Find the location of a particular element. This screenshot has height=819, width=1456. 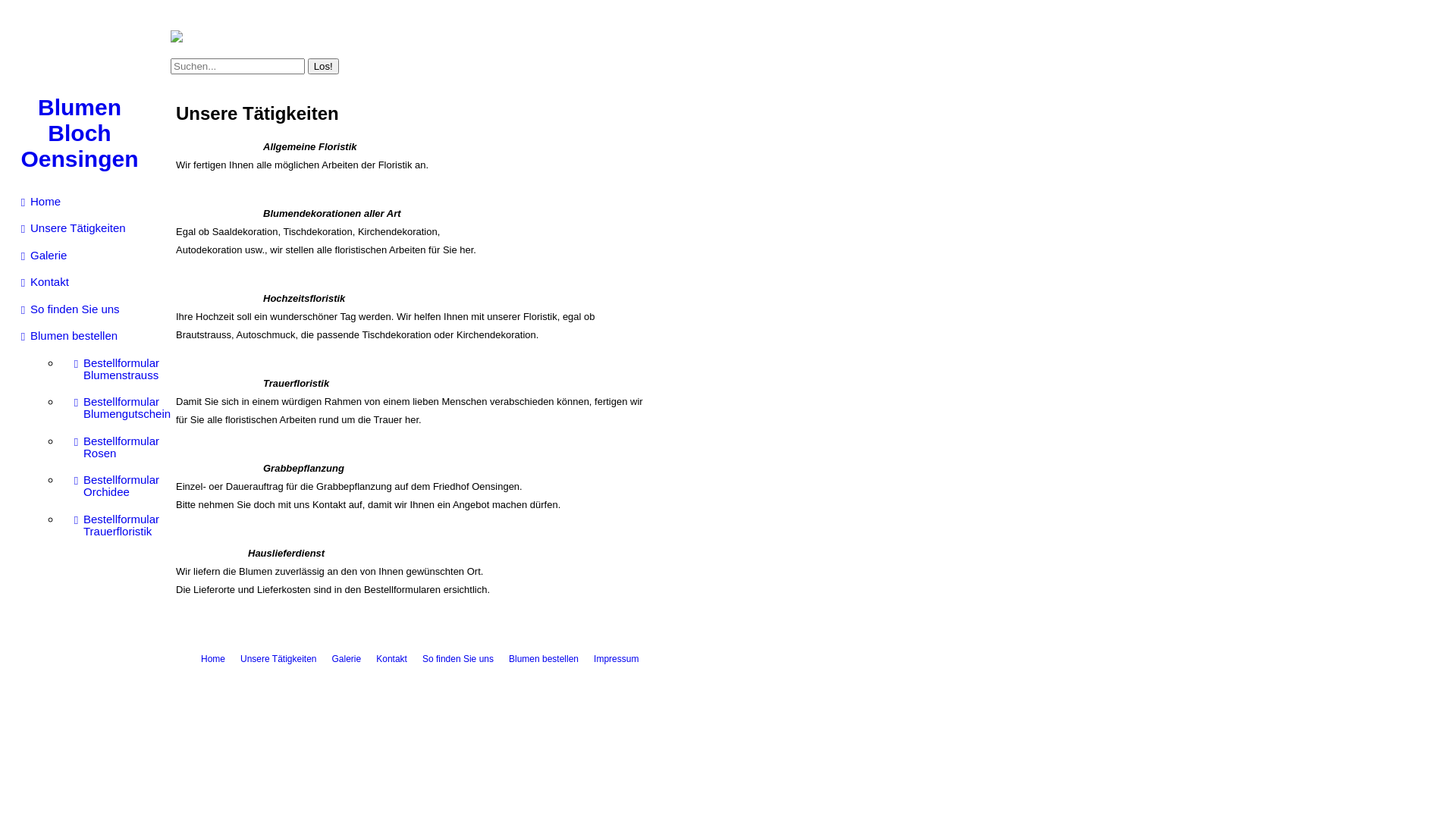

'Galerie' is located at coordinates (14, 254).